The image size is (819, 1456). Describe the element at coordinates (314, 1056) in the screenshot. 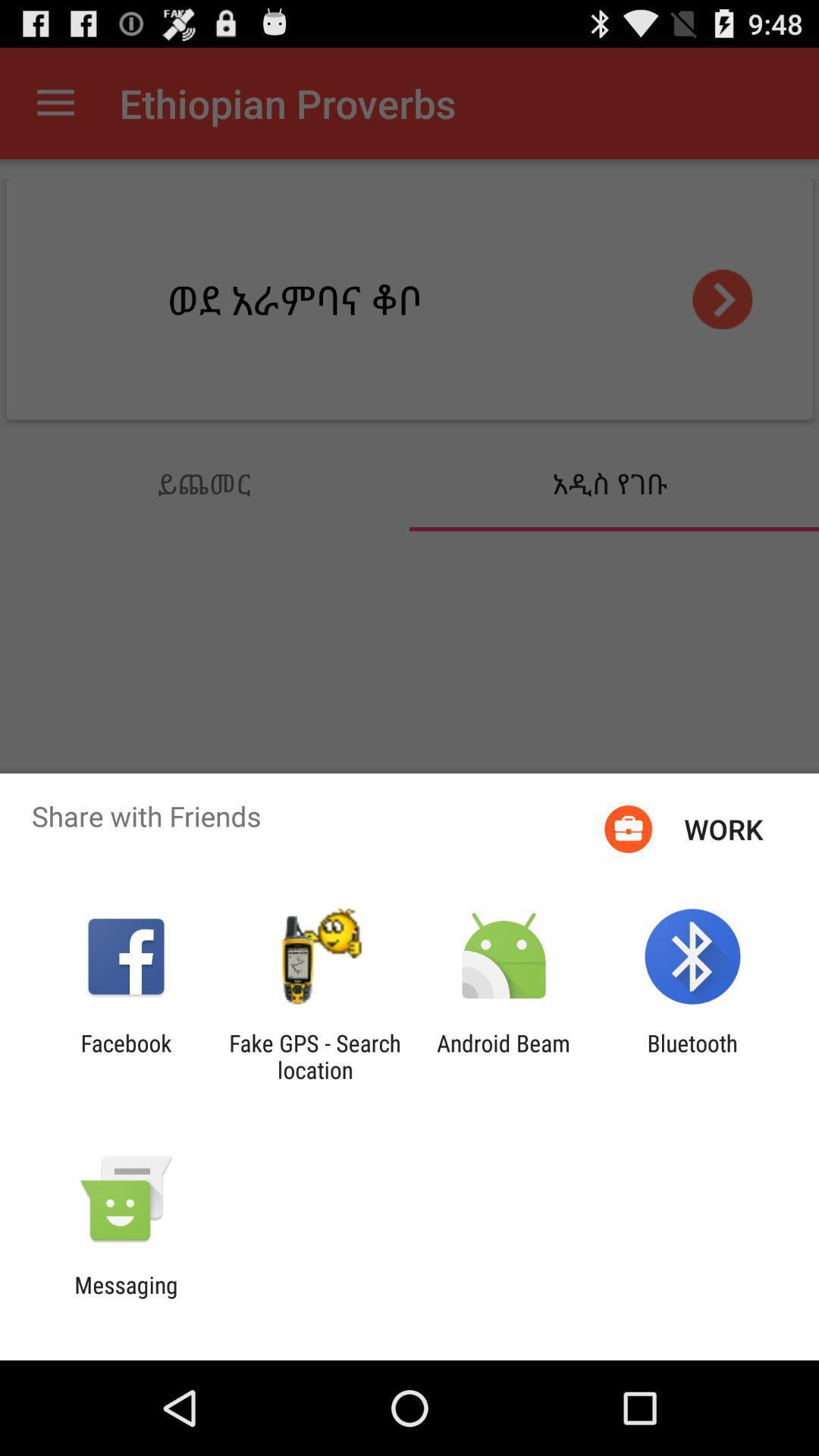

I see `item next to facebook app` at that location.